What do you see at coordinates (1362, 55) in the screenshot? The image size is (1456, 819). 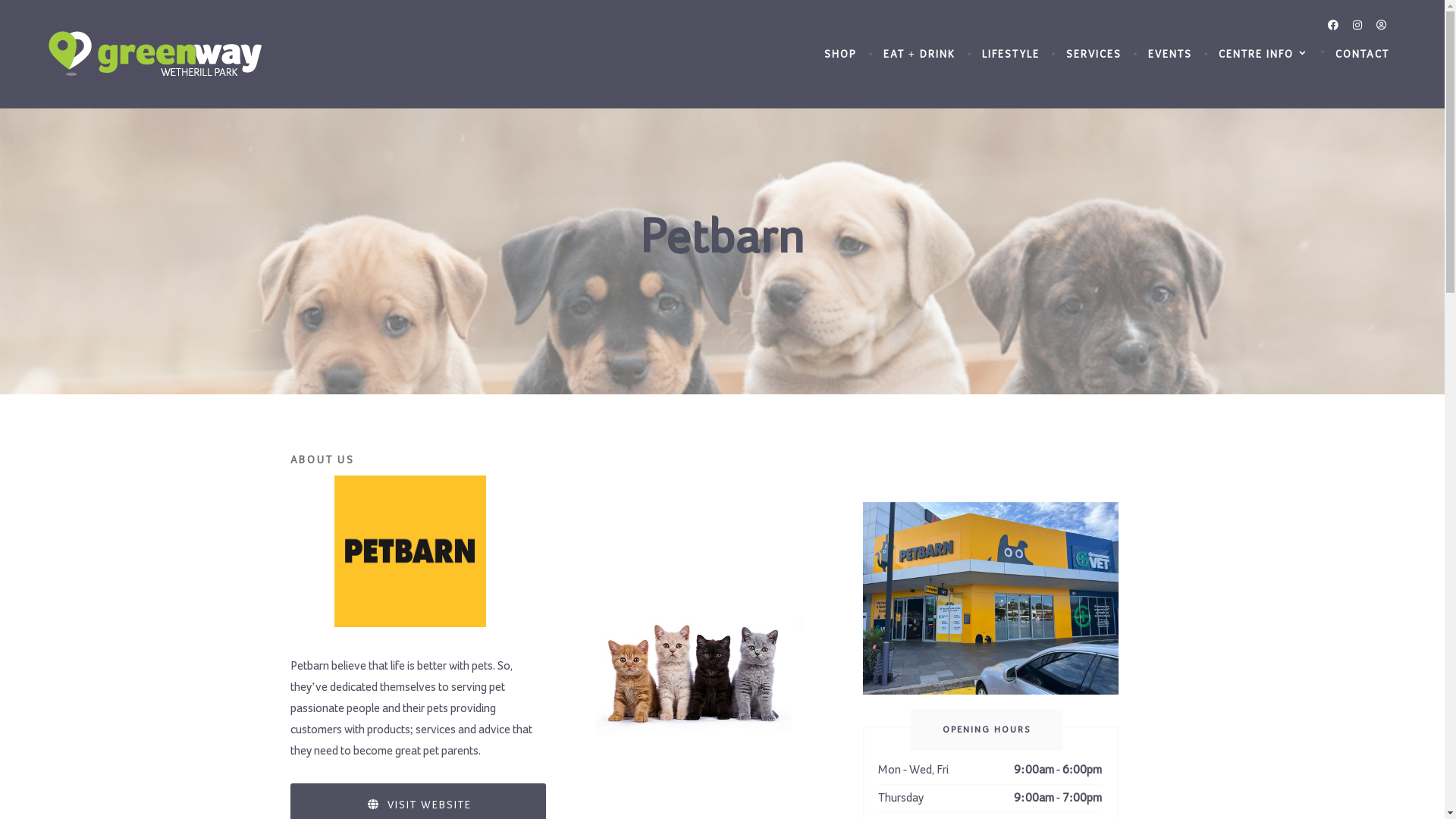 I see `'CONTACT'` at bounding box center [1362, 55].